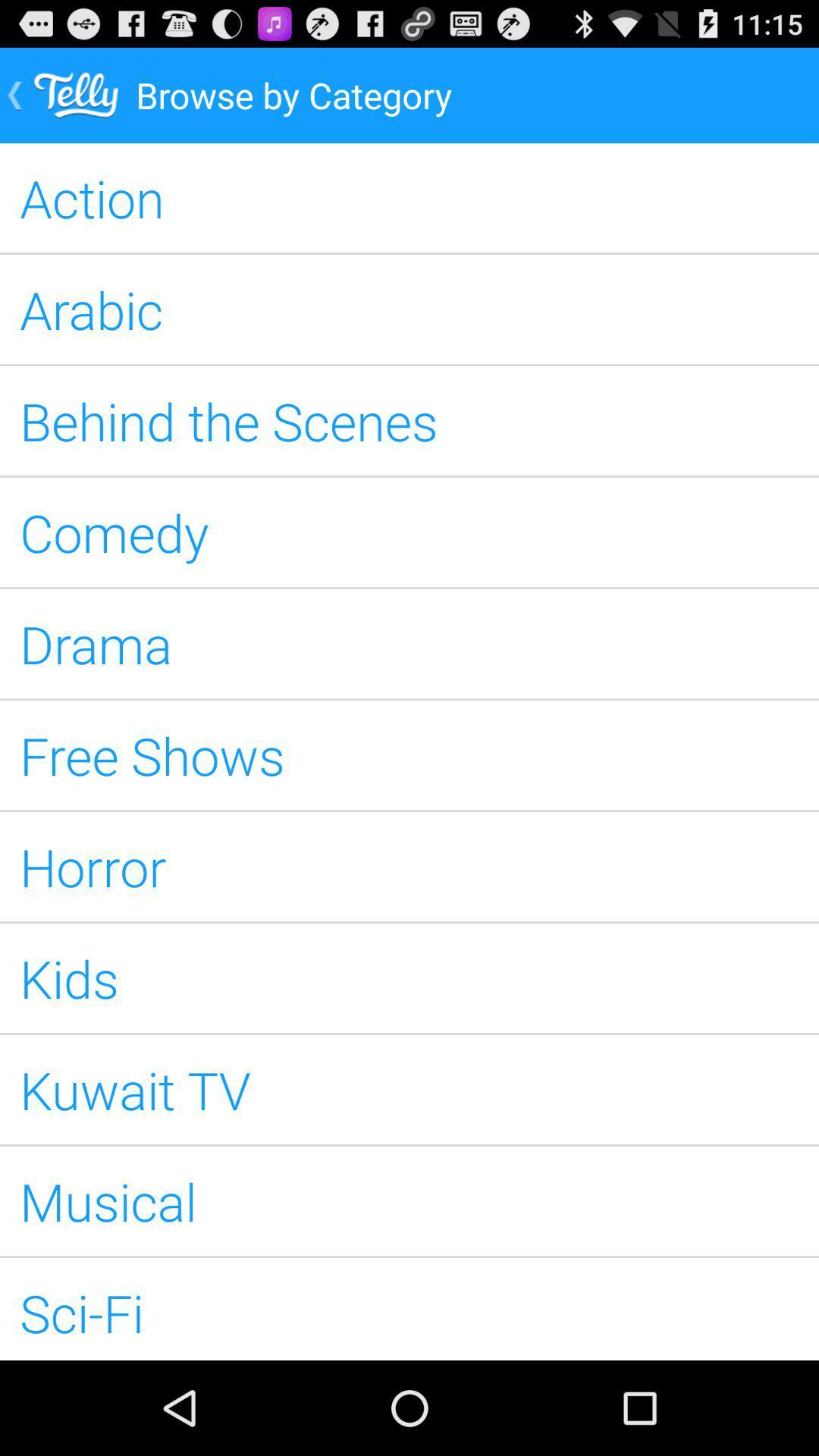 Image resolution: width=819 pixels, height=1456 pixels. I want to click on the item below kids, so click(409, 1088).